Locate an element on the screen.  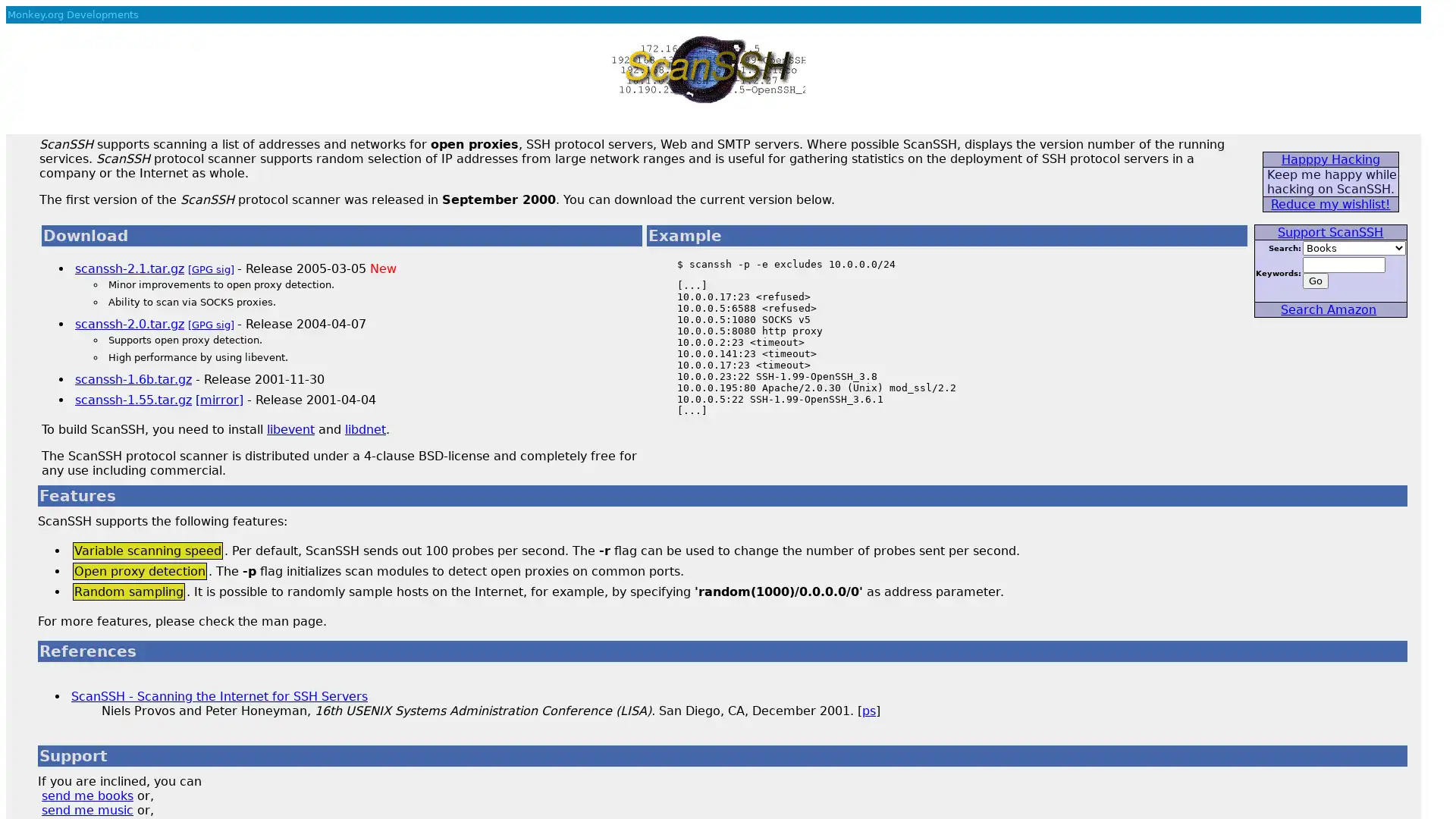
Go is located at coordinates (1313, 281).